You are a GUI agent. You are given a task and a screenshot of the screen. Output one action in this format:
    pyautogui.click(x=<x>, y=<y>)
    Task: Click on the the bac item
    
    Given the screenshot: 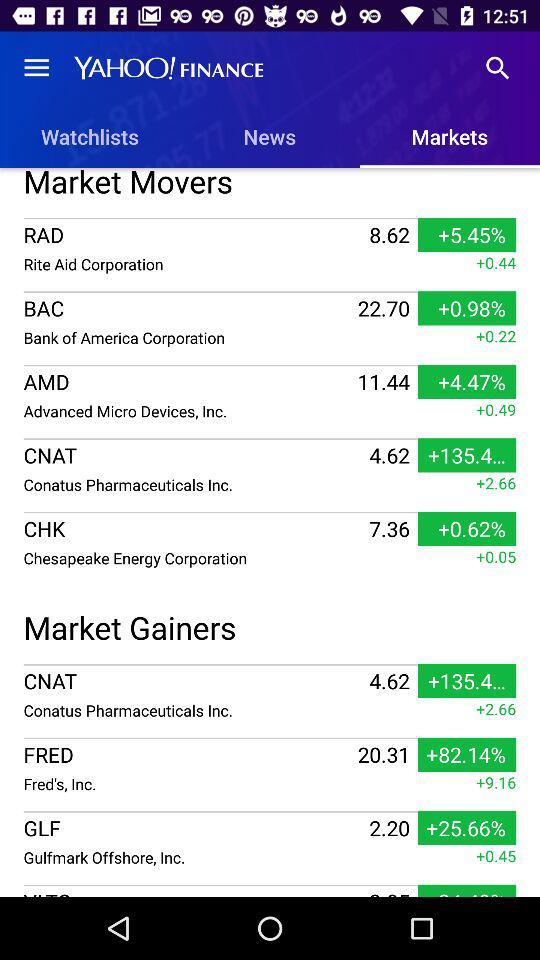 What is the action you would take?
    pyautogui.click(x=188, y=308)
    